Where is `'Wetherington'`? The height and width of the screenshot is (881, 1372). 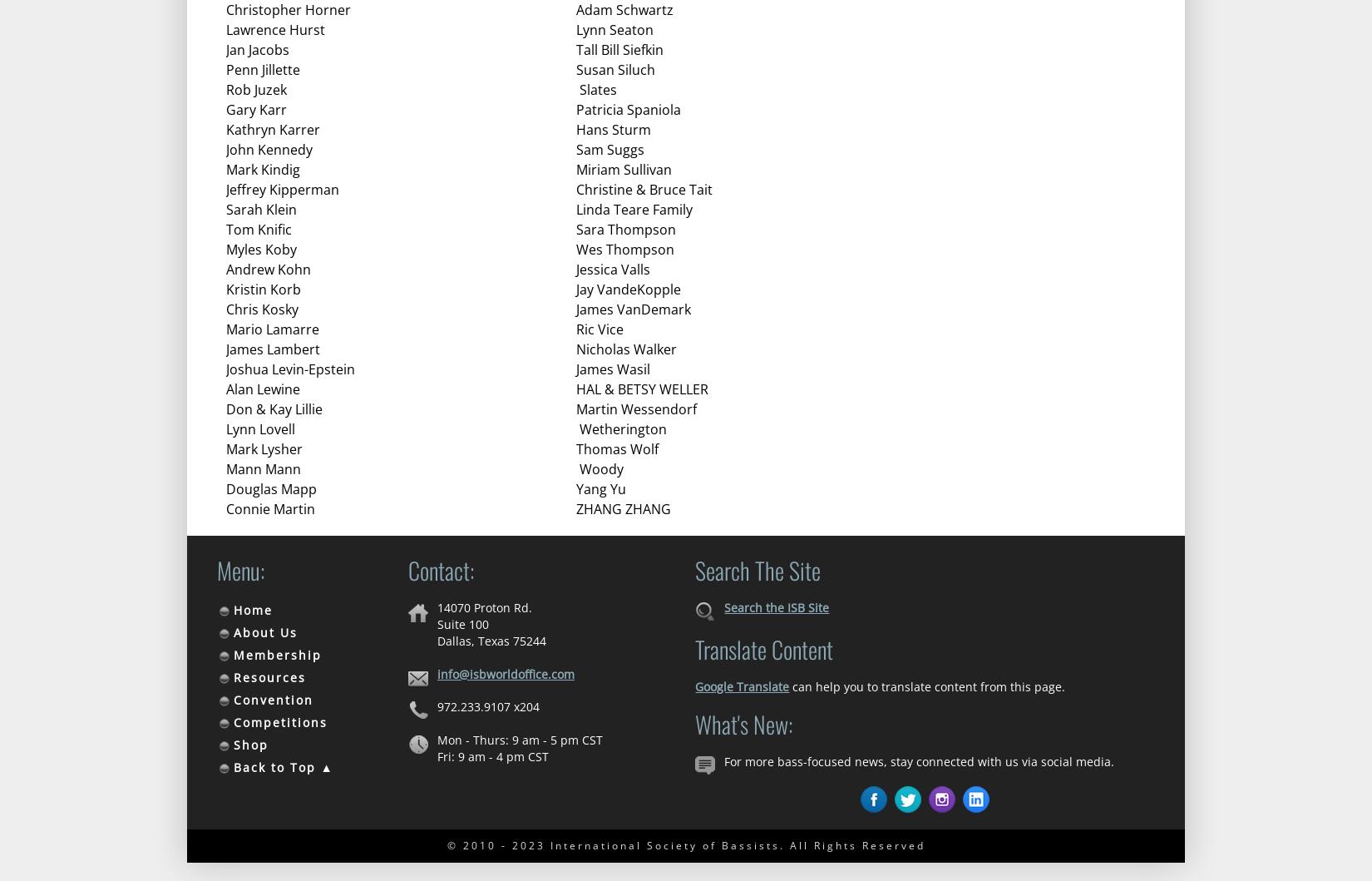
'Wetherington' is located at coordinates (620, 429).